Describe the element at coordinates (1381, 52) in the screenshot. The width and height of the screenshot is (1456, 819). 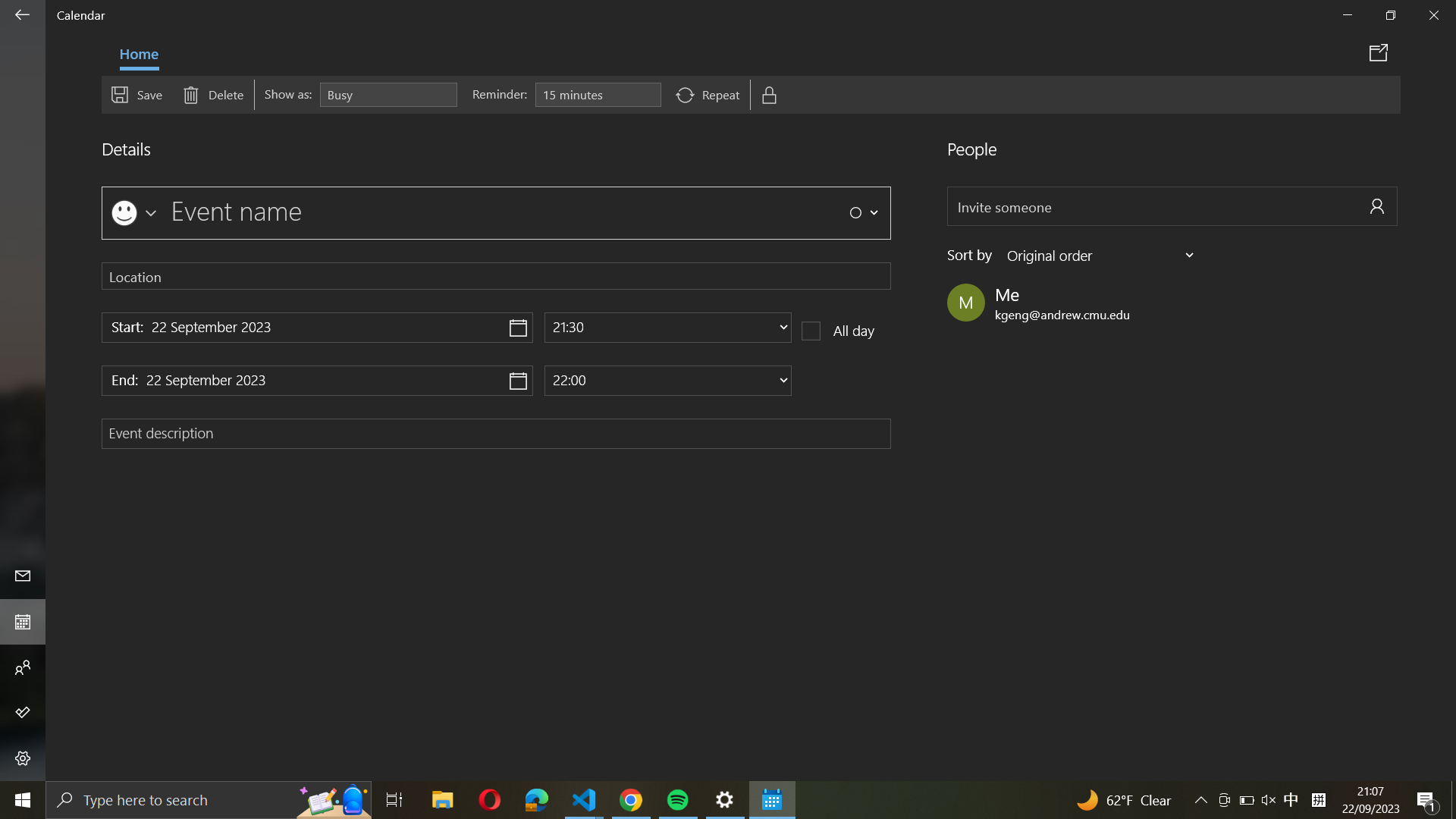
I see `Share event via calendar` at that location.